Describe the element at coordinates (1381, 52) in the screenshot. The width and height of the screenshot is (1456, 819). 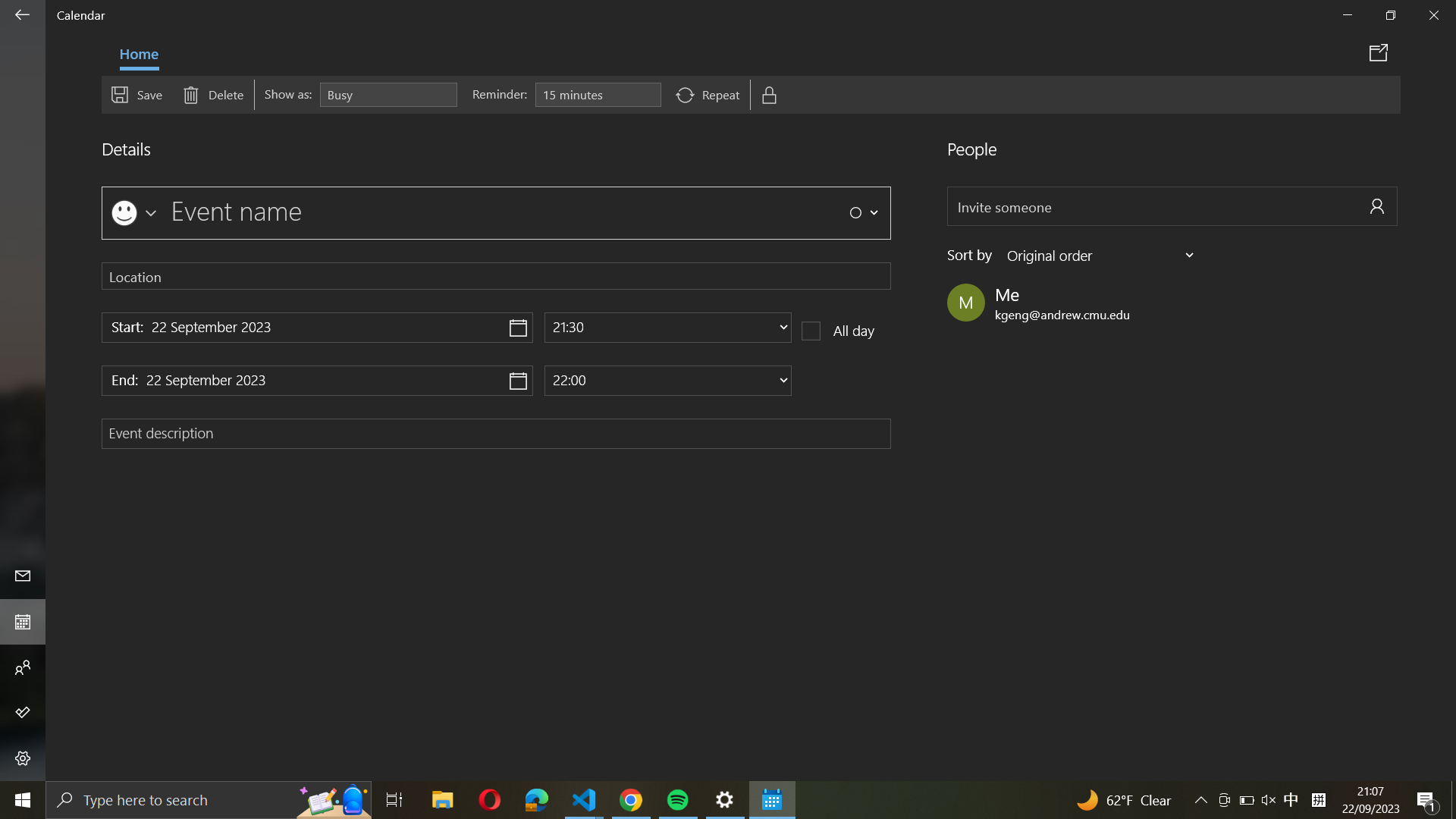
I see `Share event via calendar` at that location.